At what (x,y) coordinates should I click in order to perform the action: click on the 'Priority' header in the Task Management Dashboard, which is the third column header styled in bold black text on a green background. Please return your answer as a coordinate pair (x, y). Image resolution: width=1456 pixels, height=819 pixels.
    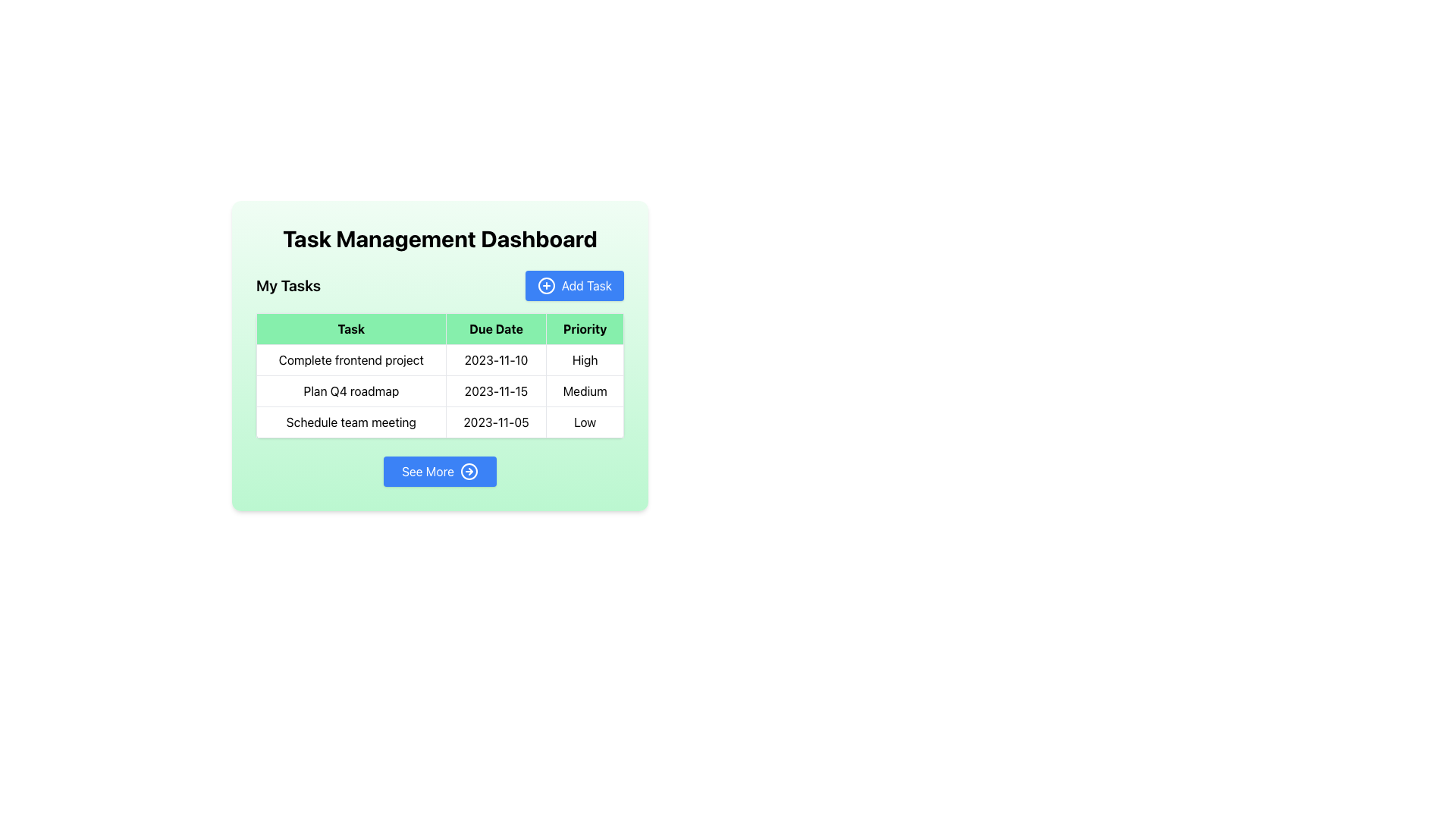
    Looking at the image, I should click on (584, 328).